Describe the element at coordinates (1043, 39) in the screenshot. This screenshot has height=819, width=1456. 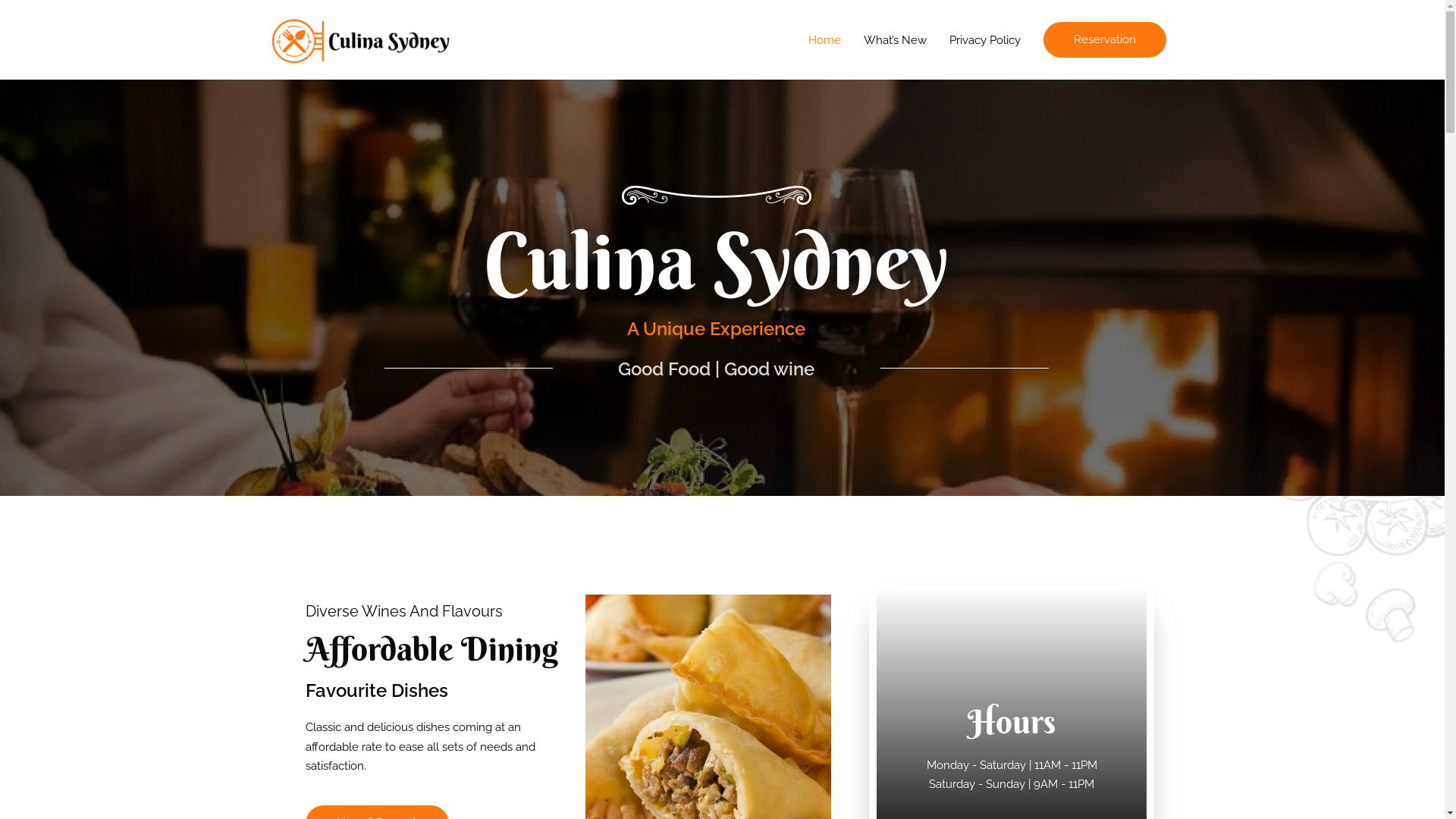
I see `'Reservation'` at that location.